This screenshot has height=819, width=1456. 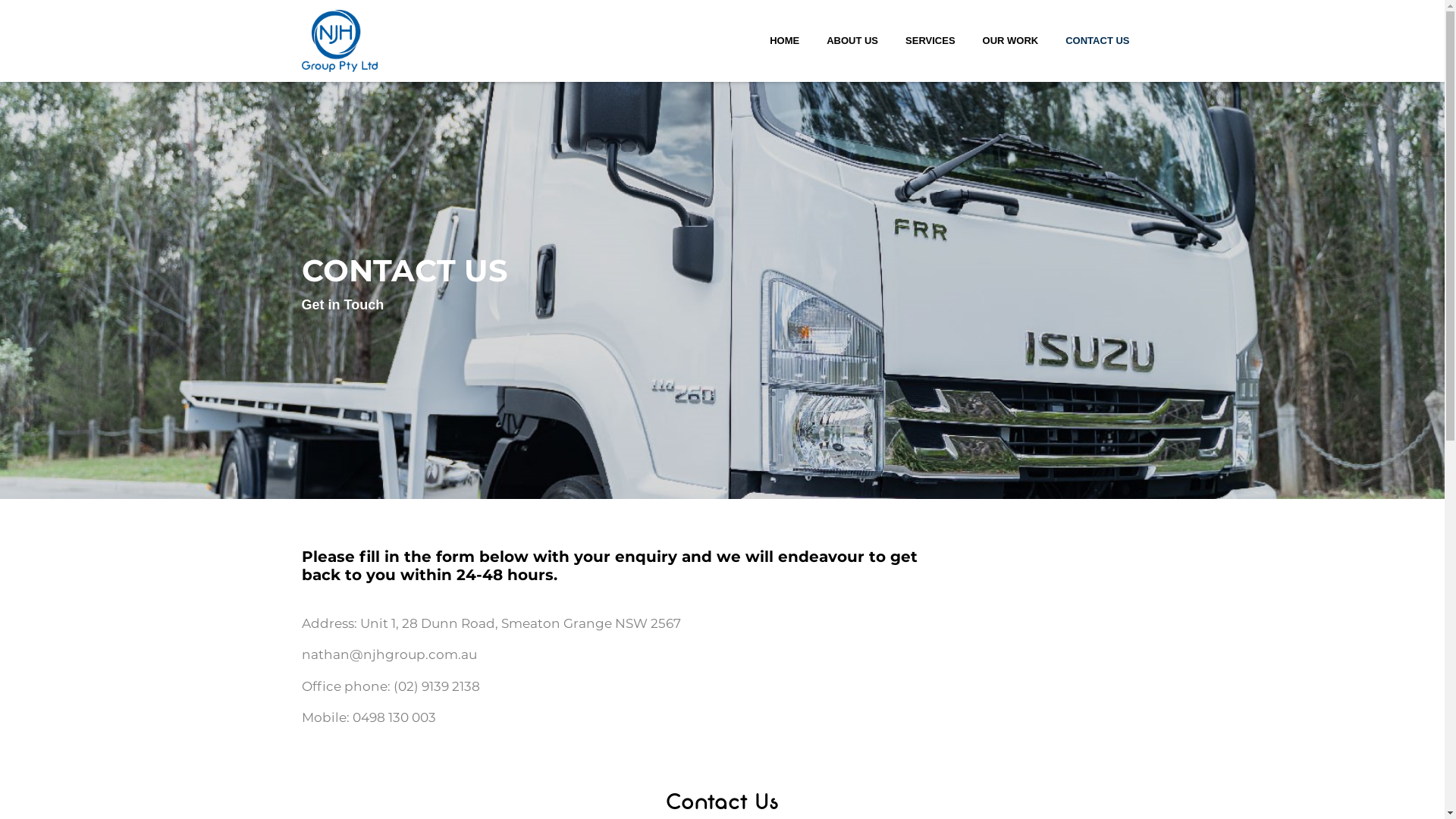 I want to click on 'OUR WORK', so click(x=1011, y=40).